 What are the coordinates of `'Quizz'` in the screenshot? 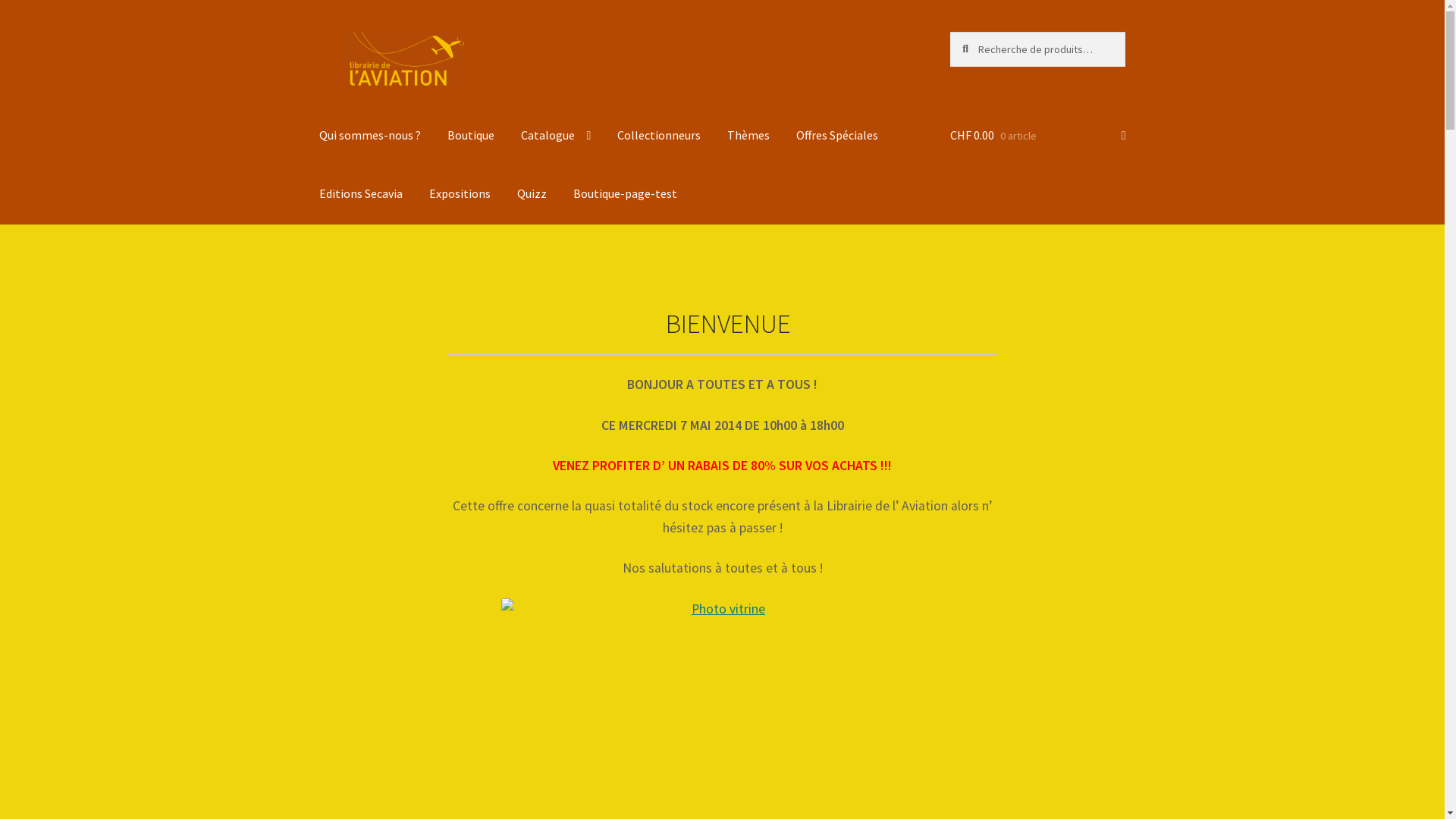 It's located at (532, 193).